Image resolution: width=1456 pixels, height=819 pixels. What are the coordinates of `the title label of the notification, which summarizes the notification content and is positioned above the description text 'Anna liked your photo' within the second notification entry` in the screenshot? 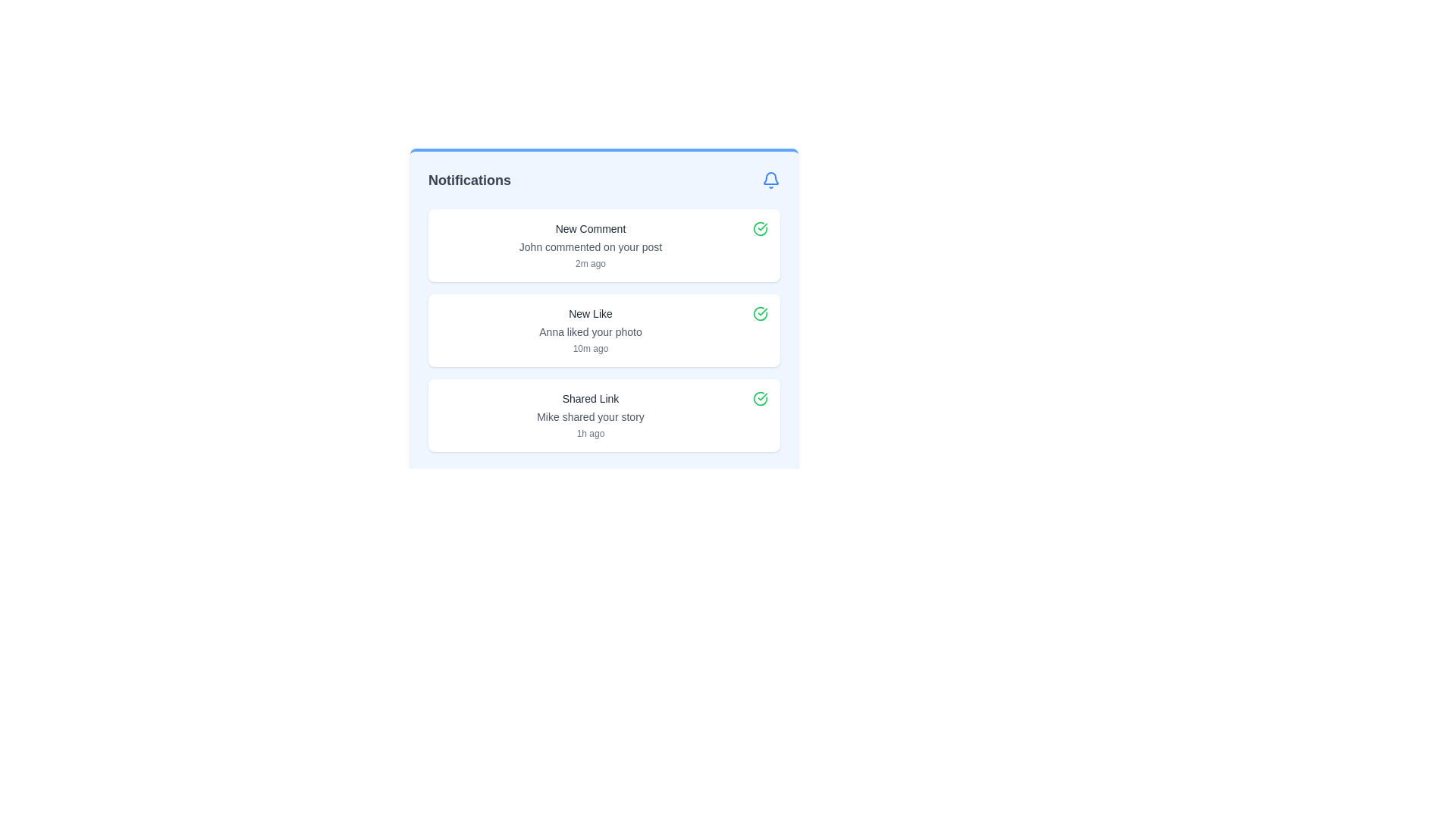 It's located at (589, 312).